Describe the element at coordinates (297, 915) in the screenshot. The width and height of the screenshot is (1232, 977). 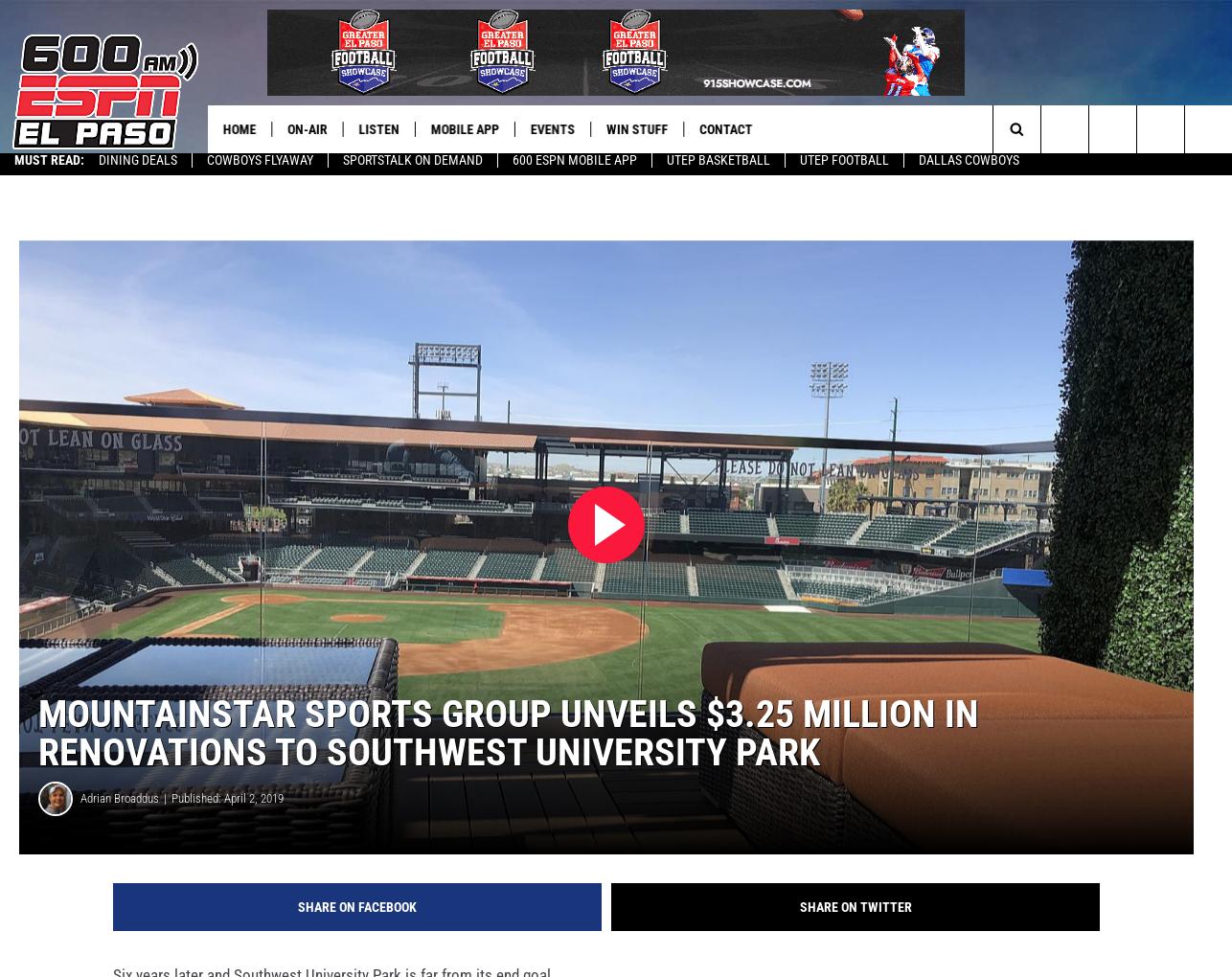
I see `'Share on Facebook'` at that location.